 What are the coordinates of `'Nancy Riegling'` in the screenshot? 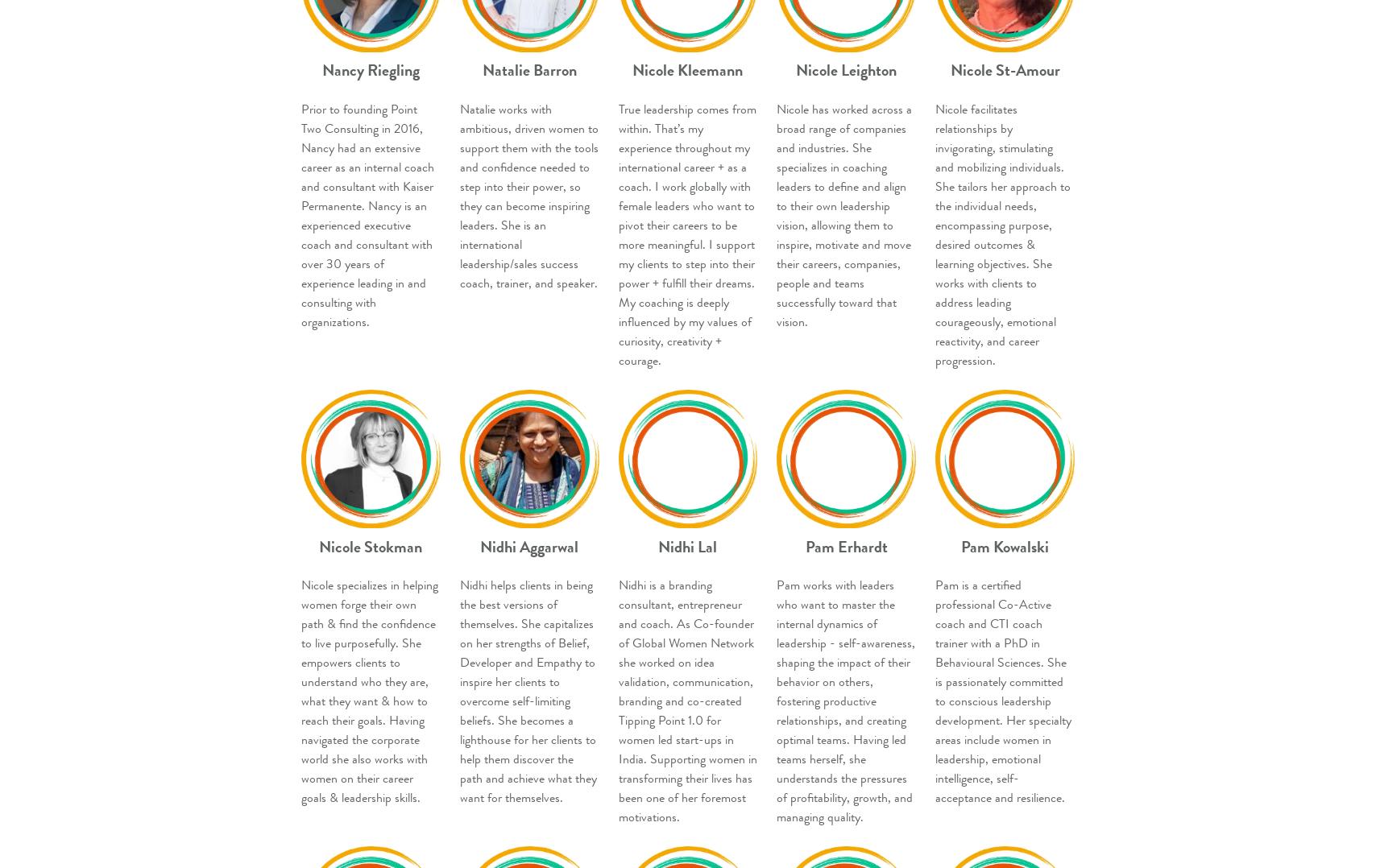 It's located at (370, 69).